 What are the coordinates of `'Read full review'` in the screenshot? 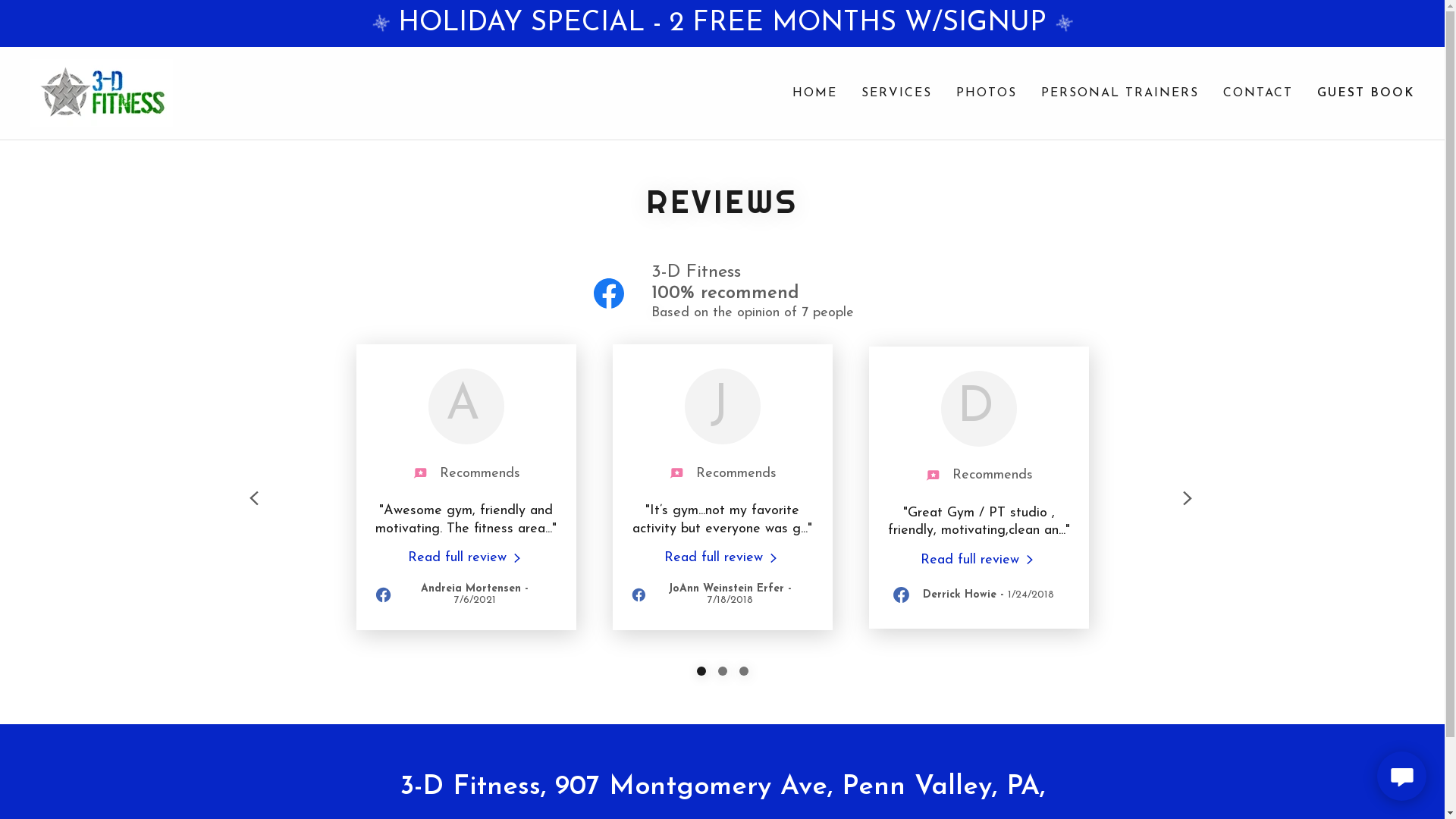 It's located at (465, 557).